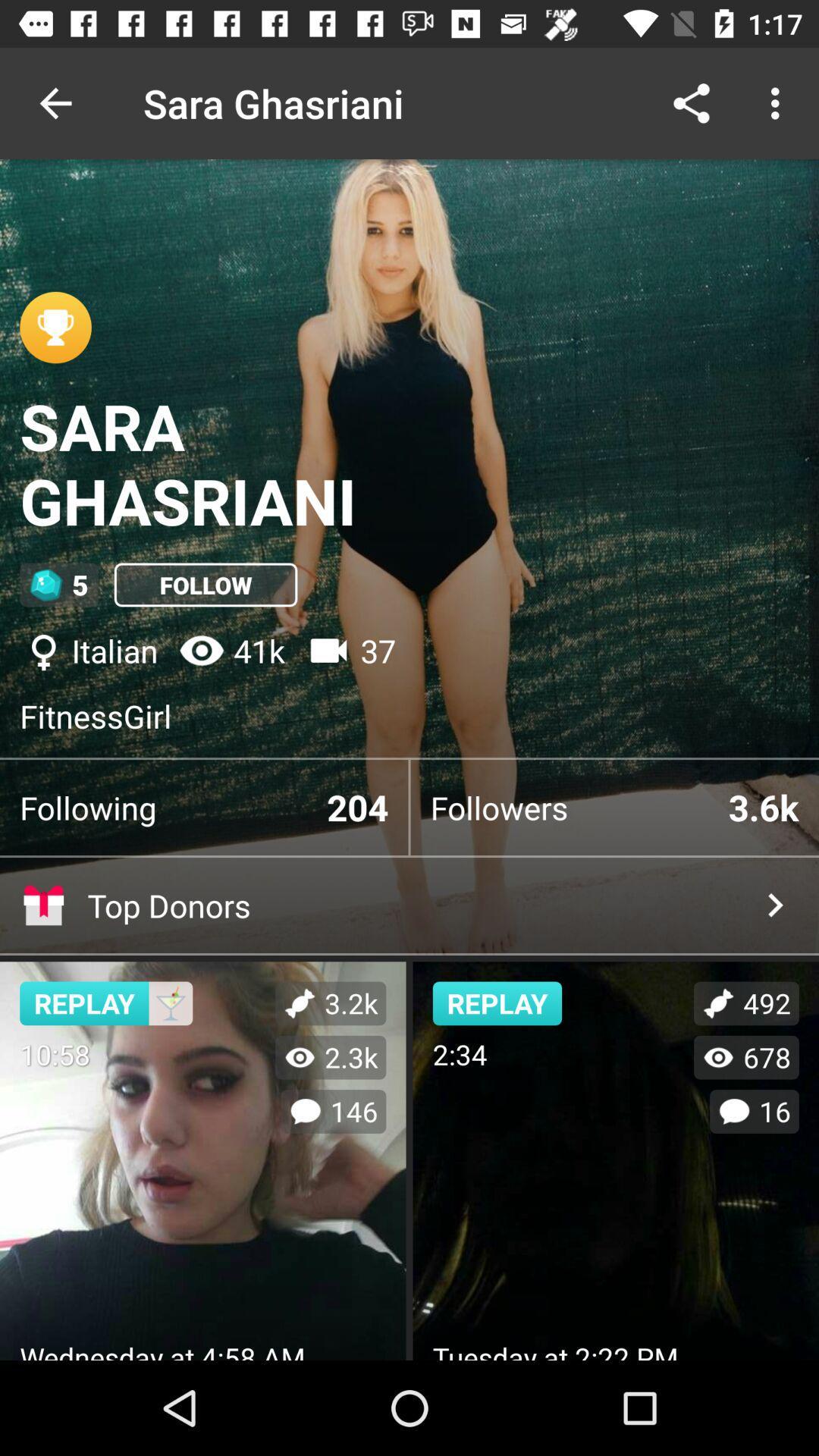  I want to click on icon below sara, so click(206, 584).